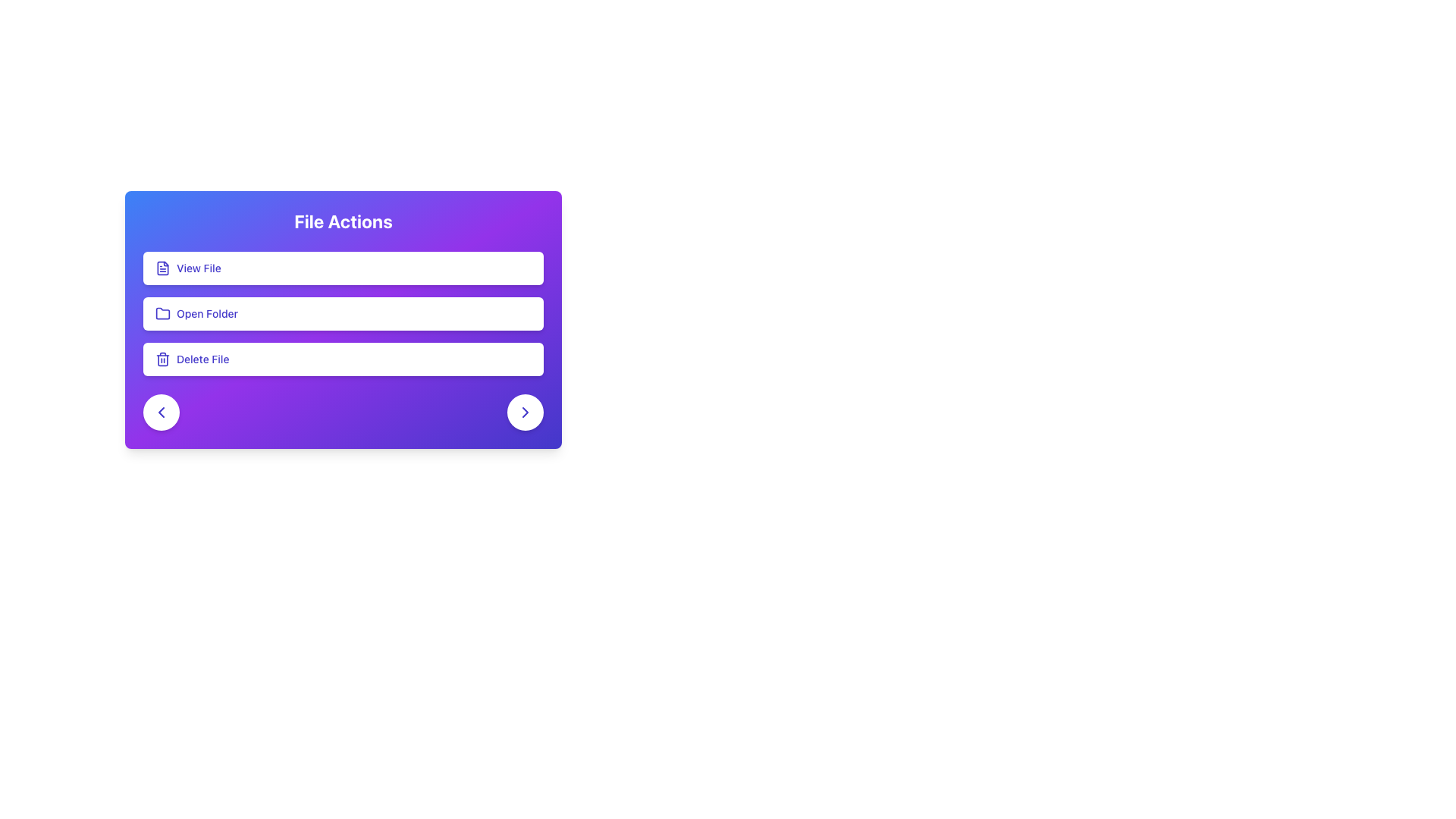 This screenshot has width=1456, height=819. I want to click on the Text label with icon located in the second row of the vertical list under 'File Actions', so click(196, 312).